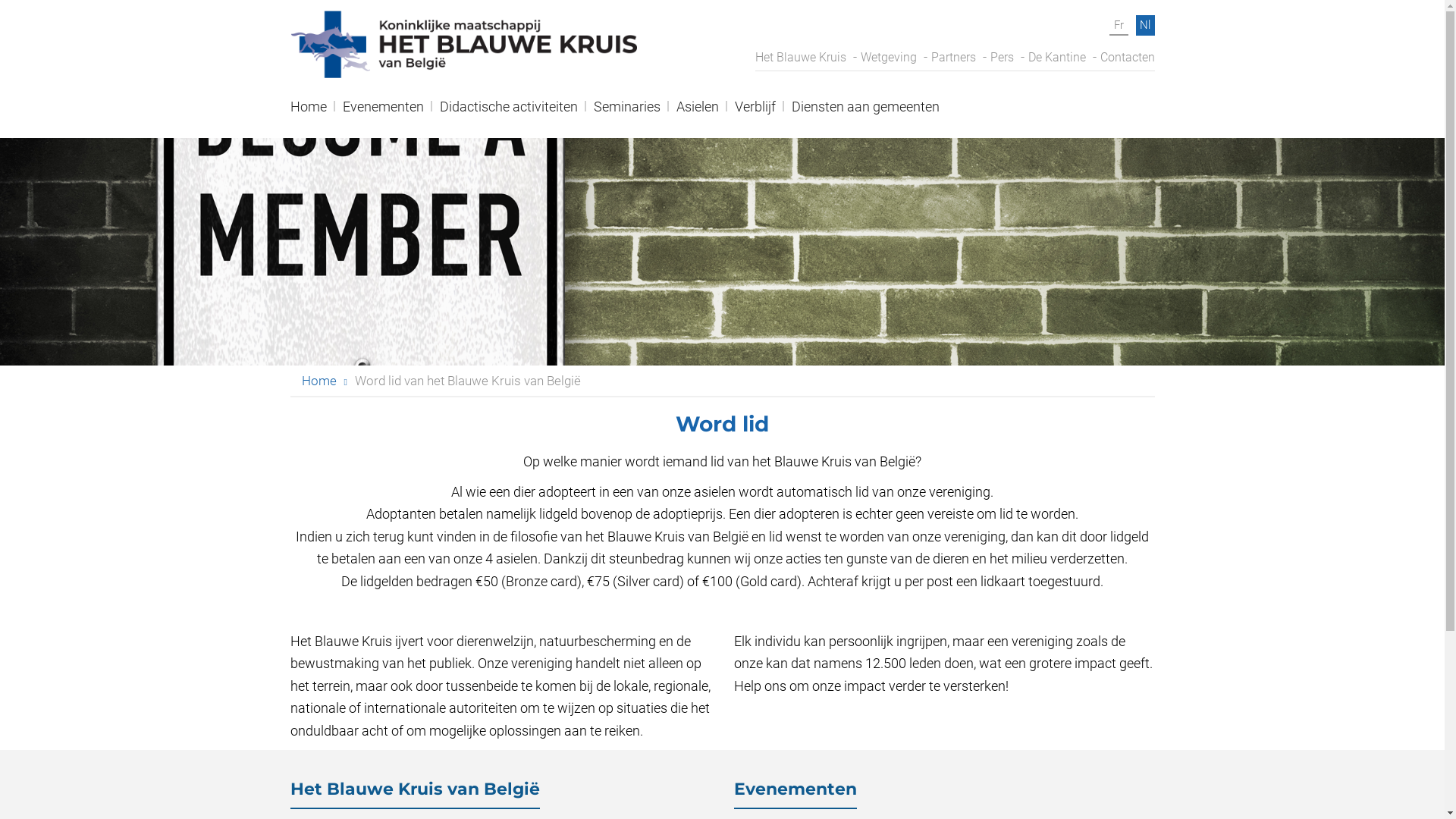  What do you see at coordinates (1118, 26) in the screenshot?
I see `'Fr'` at bounding box center [1118, 26].